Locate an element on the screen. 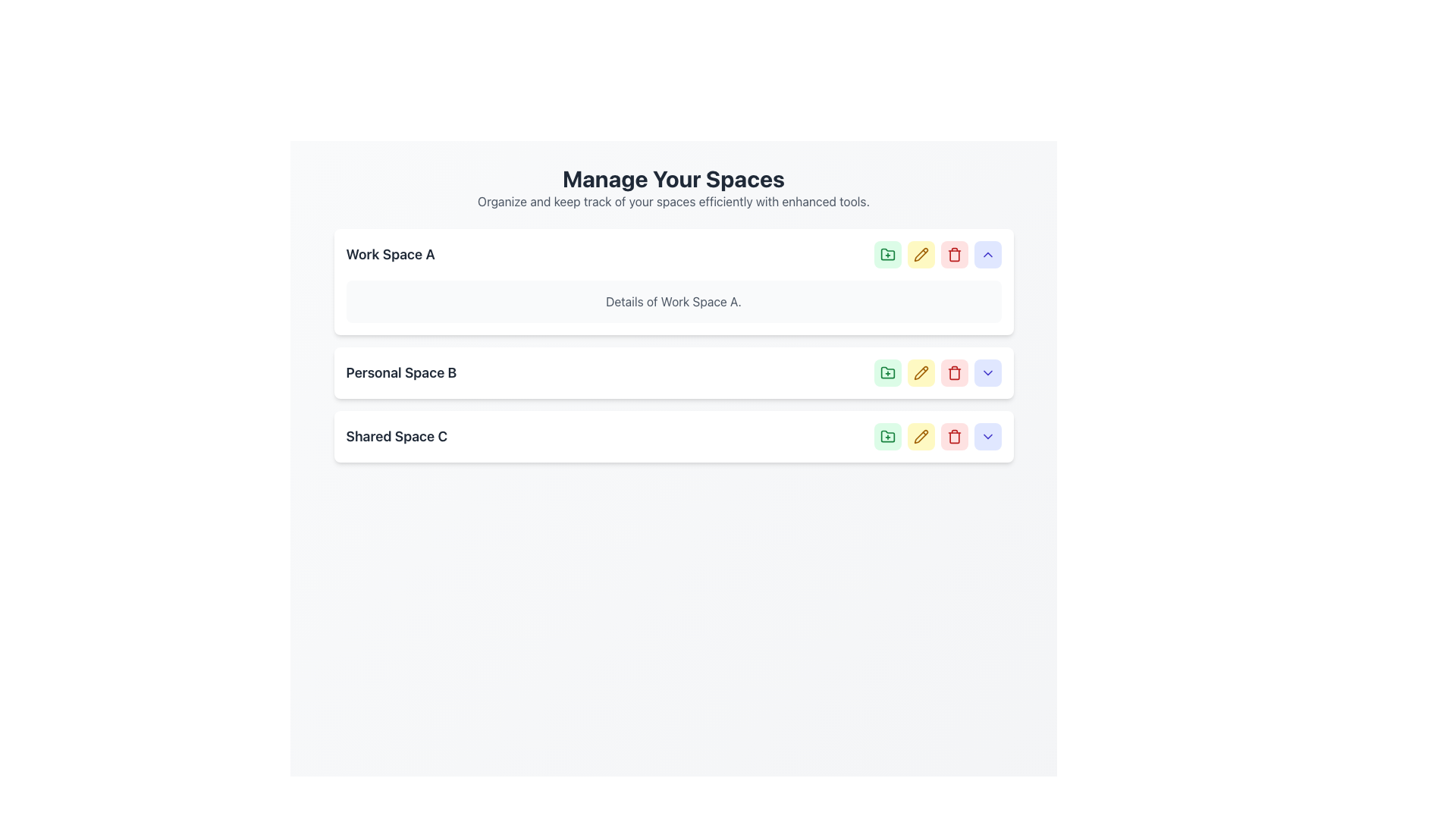  the downward-pointing chevron icon within the 'Toggle Details' button, located at the bottom-right corner of the 'Work Space A' section is located at coordinates (987, 436).